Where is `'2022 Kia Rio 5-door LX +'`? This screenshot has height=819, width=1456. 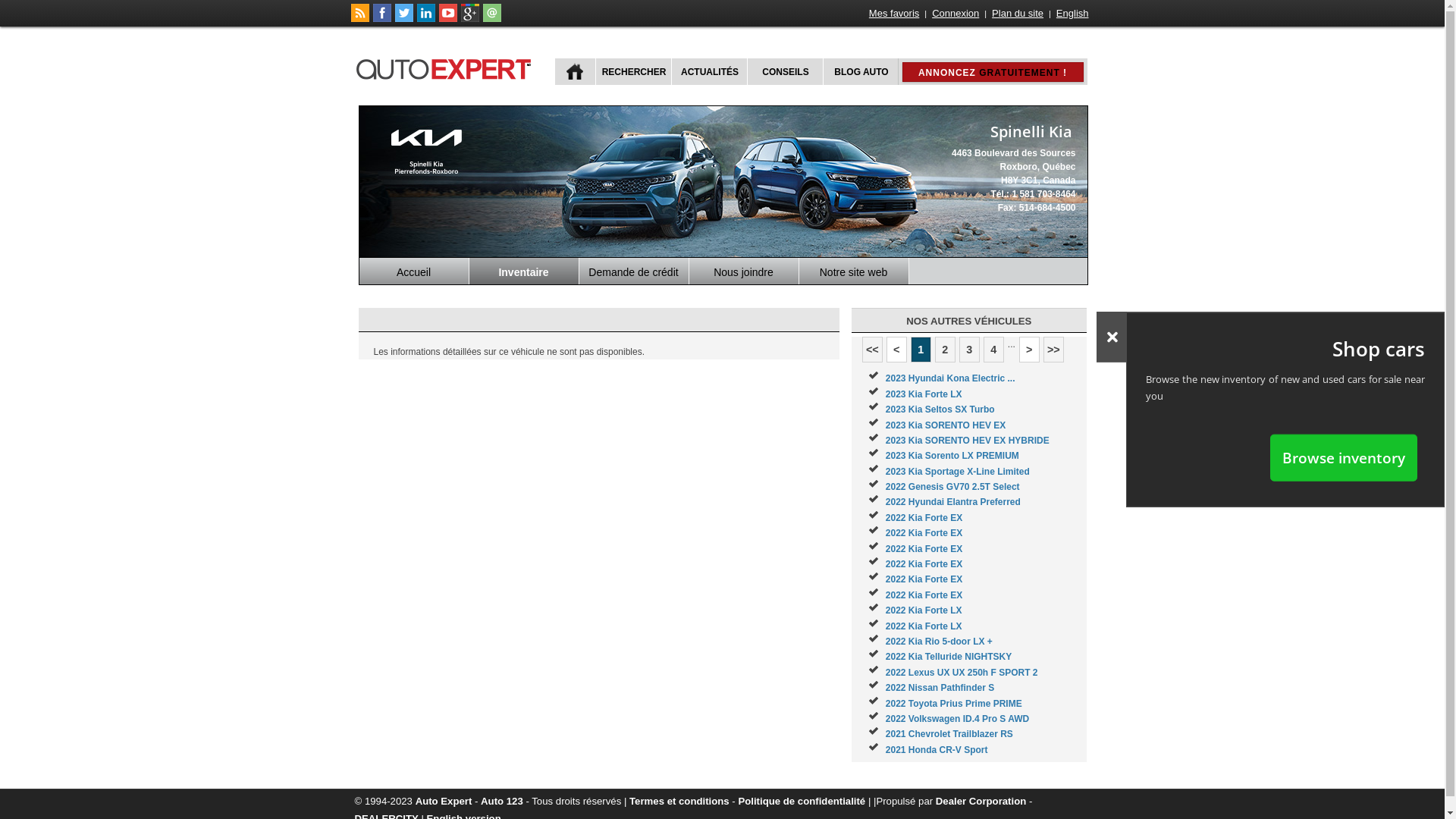
'2022 Kia Rio 5-door LX +' is located at coordinates (938, 641).